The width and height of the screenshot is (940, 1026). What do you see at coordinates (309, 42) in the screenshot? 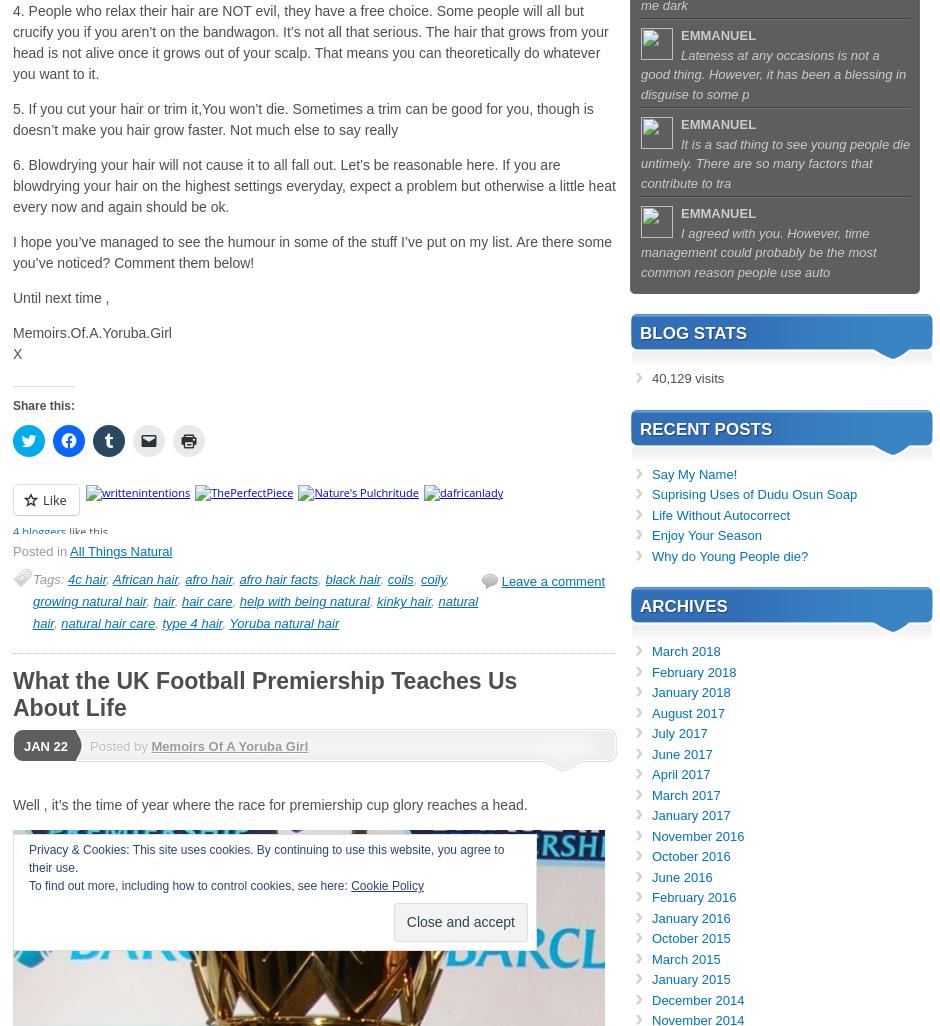
I see `'4. People who relax their hair are NOT evil, they have a free choice. Some people will all but crucify you if you aren’t on the bandwagon. It’s not all that serious. The hair that grows from your head is not alive once it grows out of your scalp. That means you can theoretically do whatever you want to it.'` at bounding box center [309, 42].